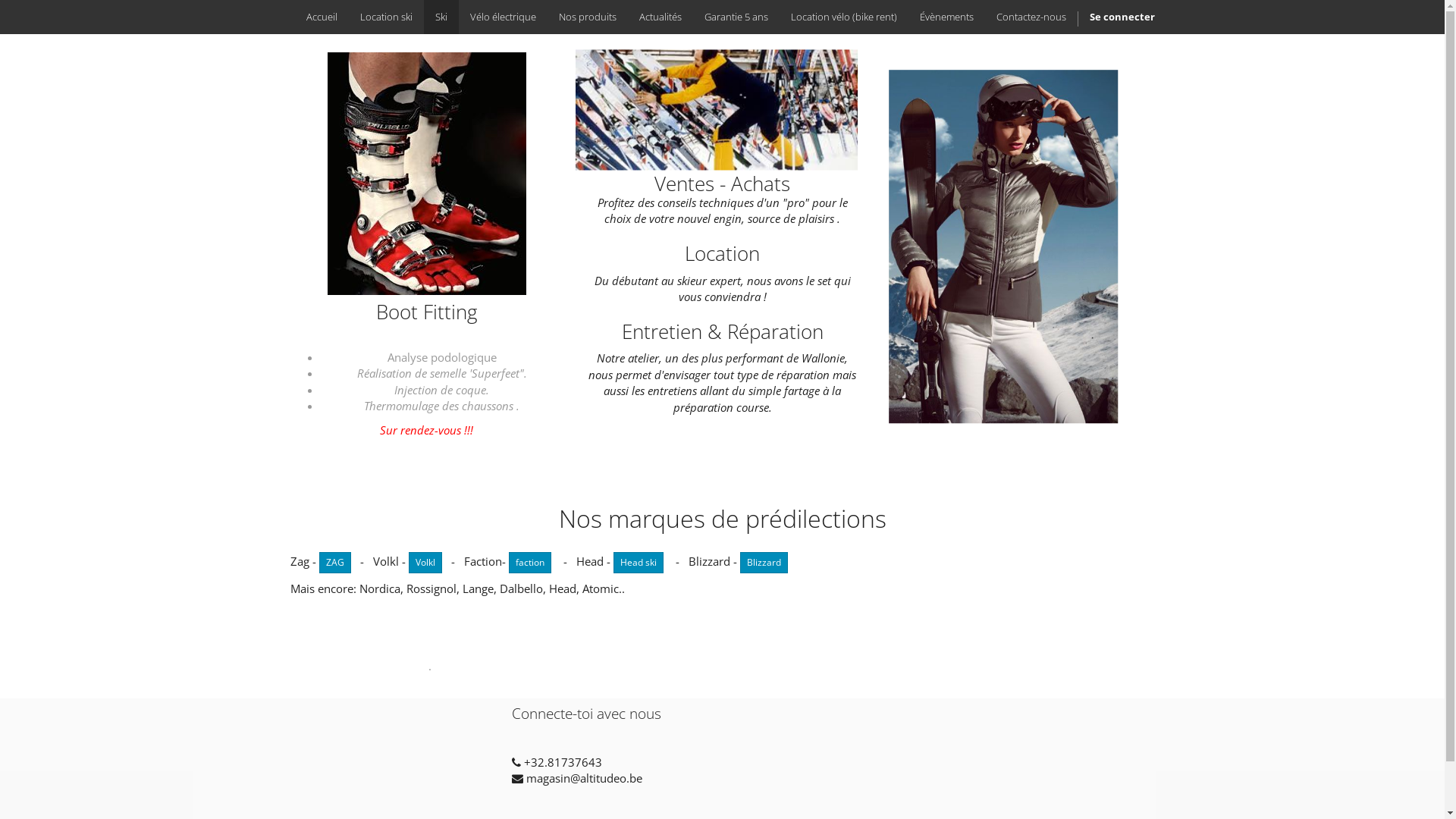 This screenshot has height=819, width=1456. Describe the element at coordinates (586, 17) in the screenshot. I see `'Nos produits'` at that location.